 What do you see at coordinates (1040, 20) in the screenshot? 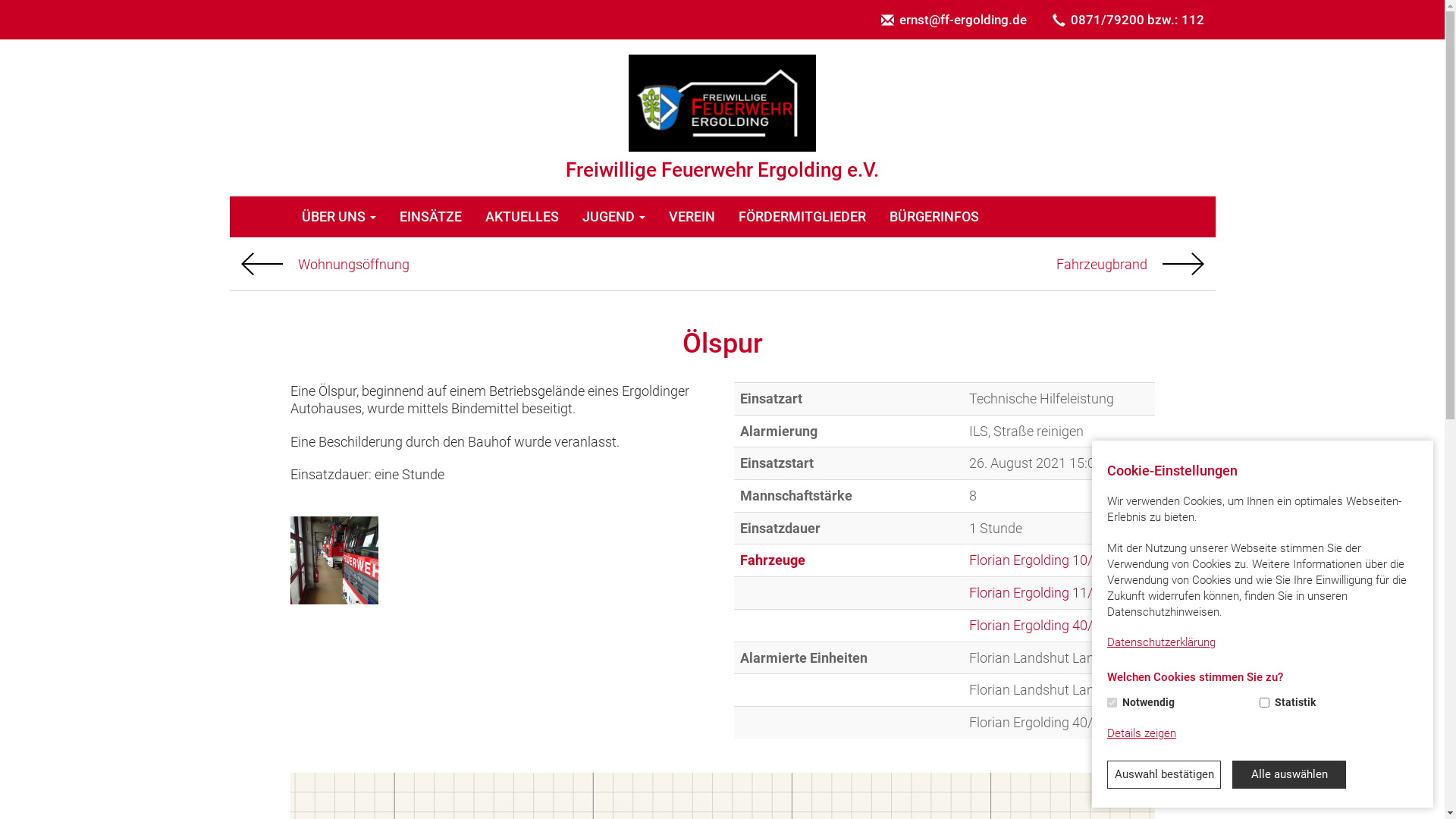
I see `'0871/79200 bzw.: 112'` at bounding box center [1040, 20].